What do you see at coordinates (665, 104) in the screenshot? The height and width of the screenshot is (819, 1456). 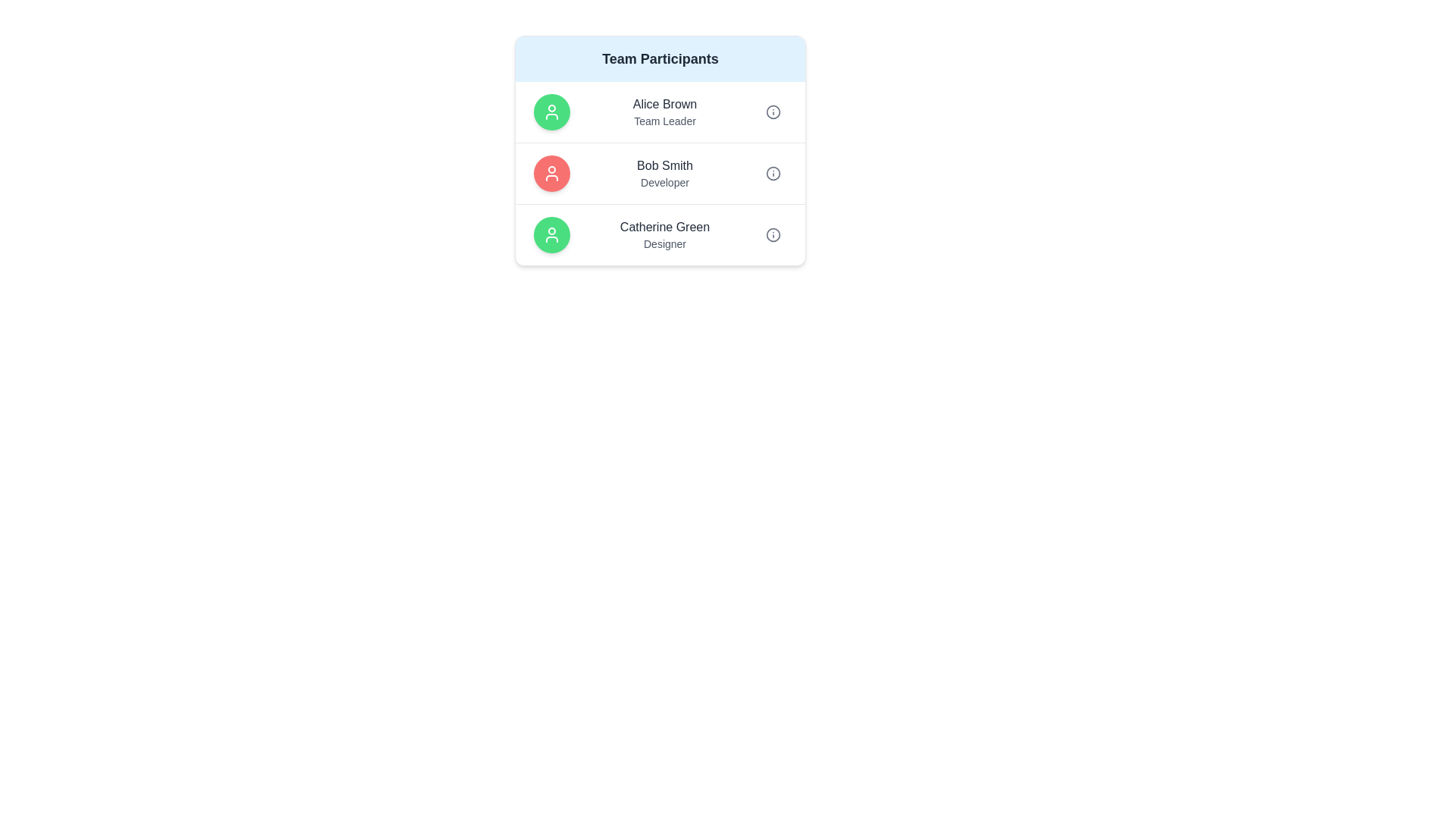 I see `the text label displaying the name 'Alice Brown' in the 'Team Participants' section, which identifies the first participant in the list` at bounding box center [665, 104].